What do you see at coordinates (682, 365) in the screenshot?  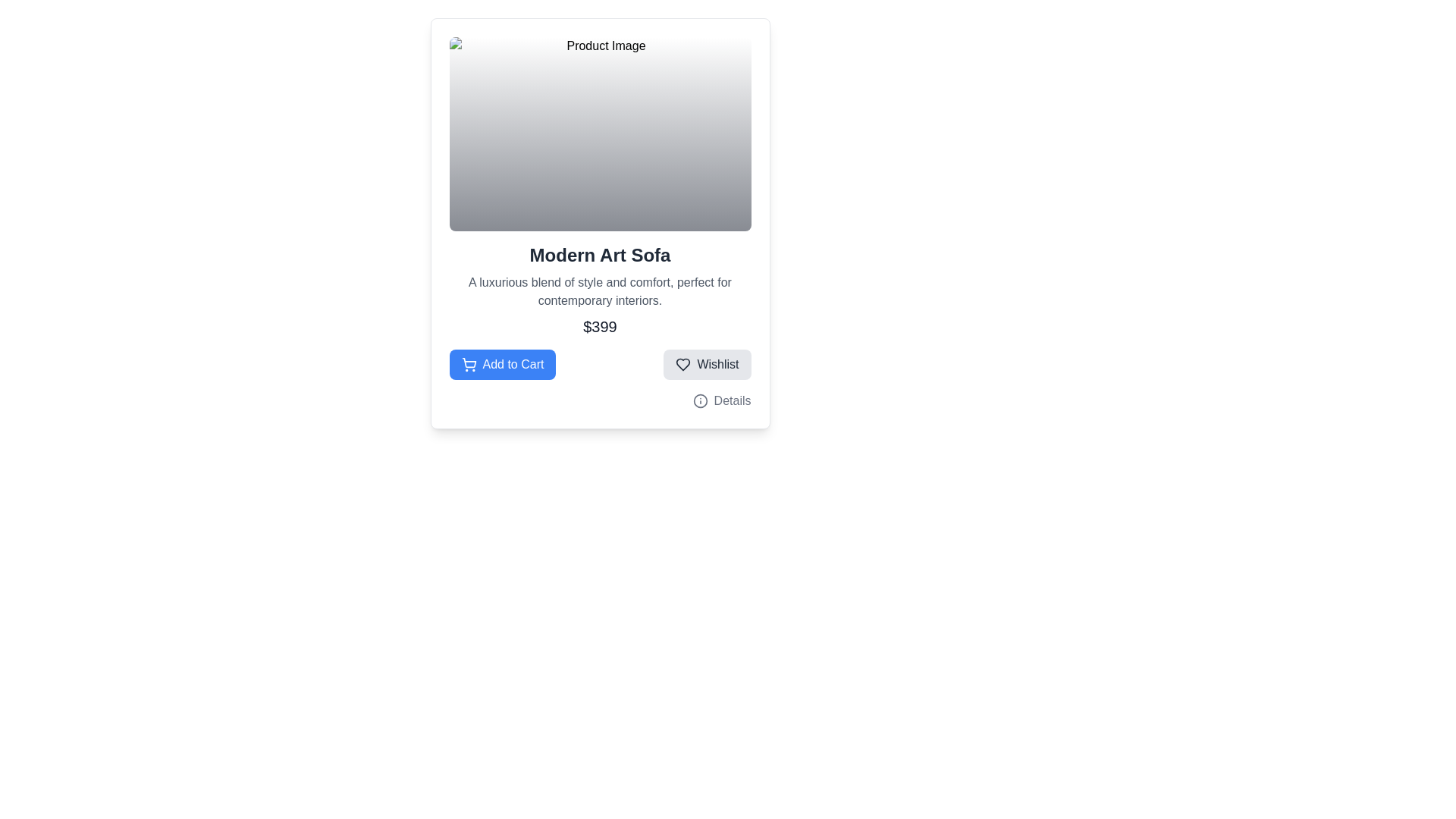 I see `the heart icon located to the right of the 'Add to Cart' button and above the 'Details' link` at bounding box center [682, 365].